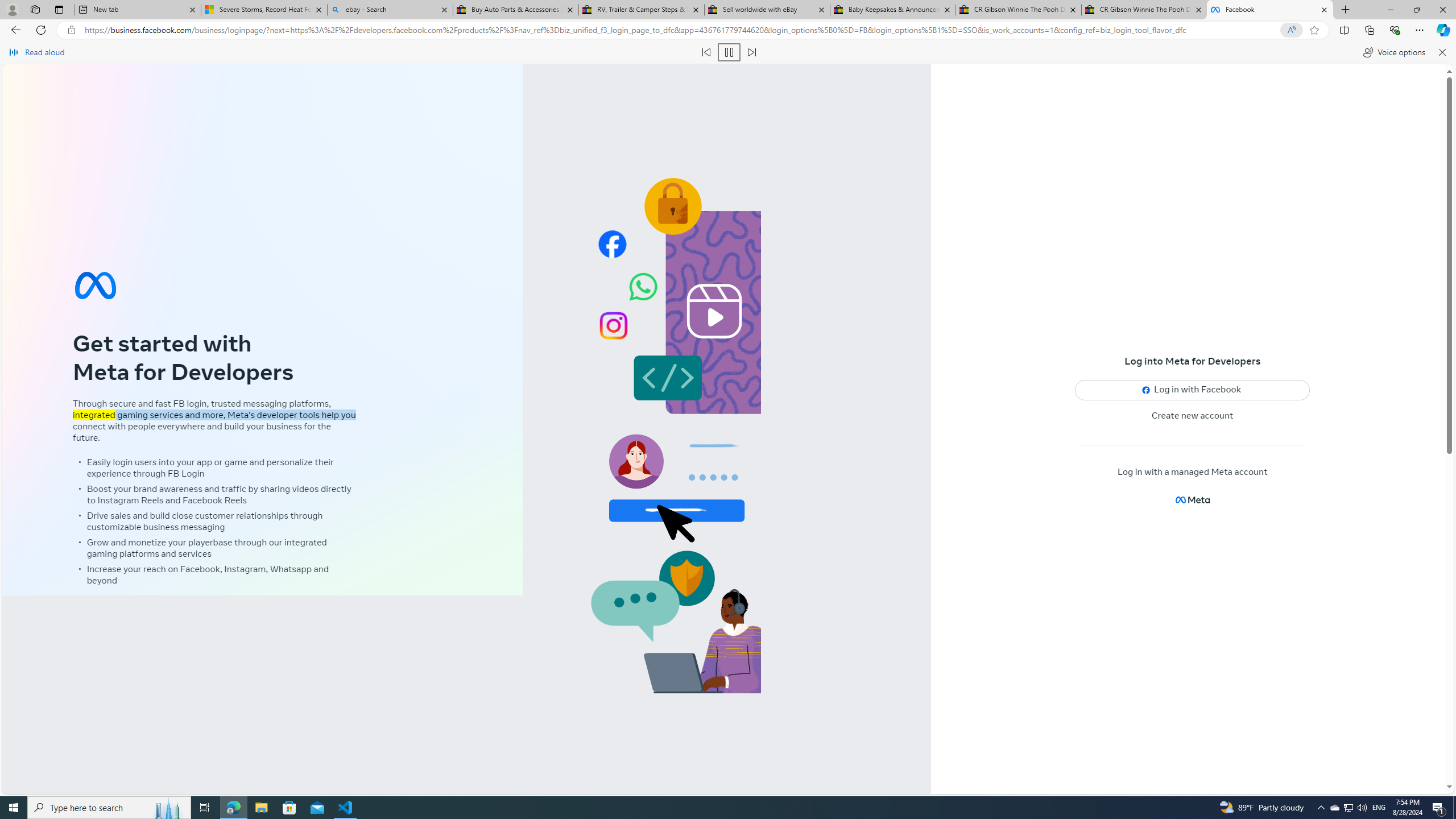 This screenshot has width=1456, height=819. What do you see at coordinates (751, 52) in the screenshot?
I see `'Read next paragraph'` at bounding box center [751, 52].